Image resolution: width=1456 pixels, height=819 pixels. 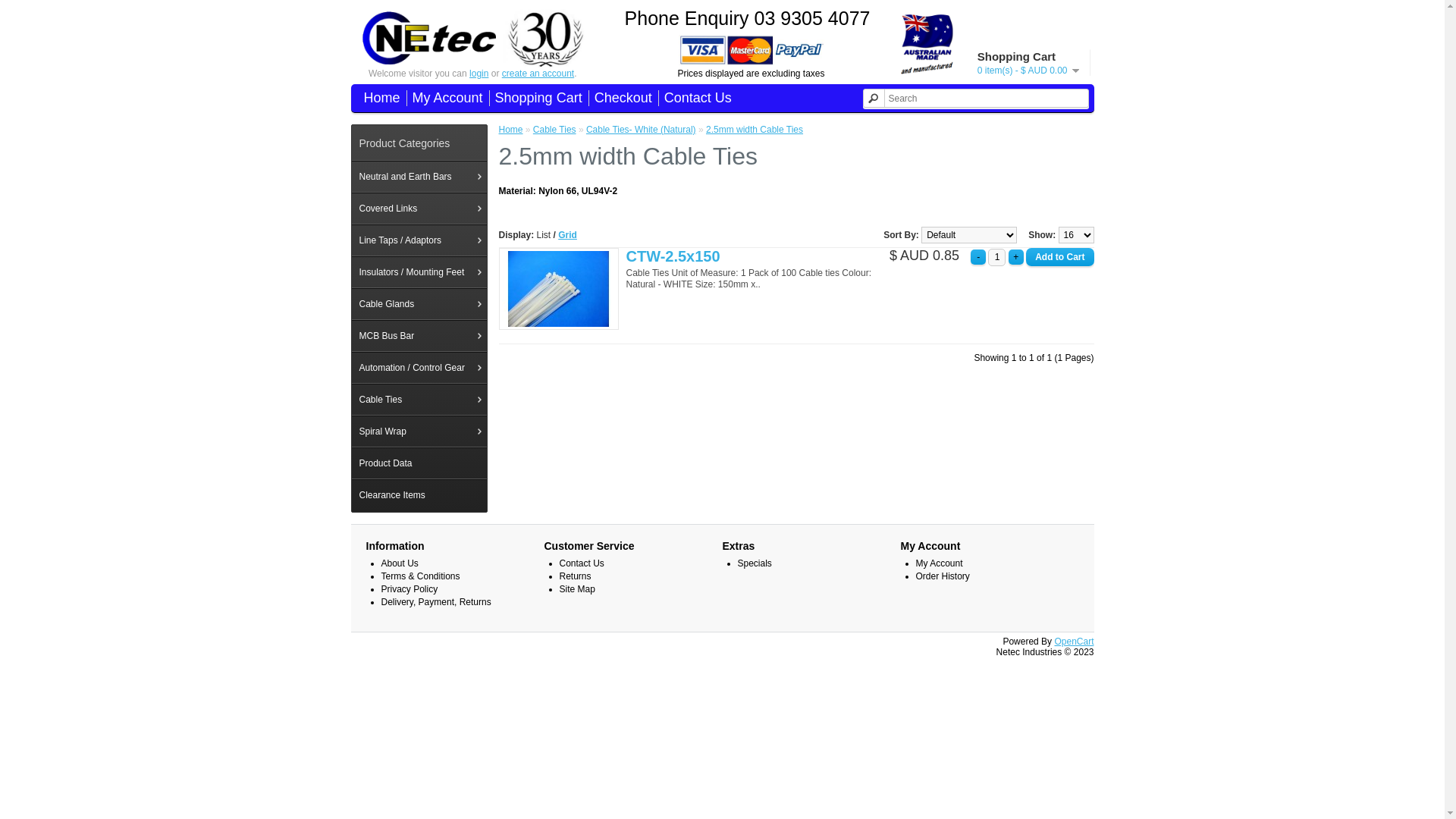 What do you see at coordinates (419, 576) in the screenshot?
I see `'Terms & Conditions'` at bounding box center [419, 576].